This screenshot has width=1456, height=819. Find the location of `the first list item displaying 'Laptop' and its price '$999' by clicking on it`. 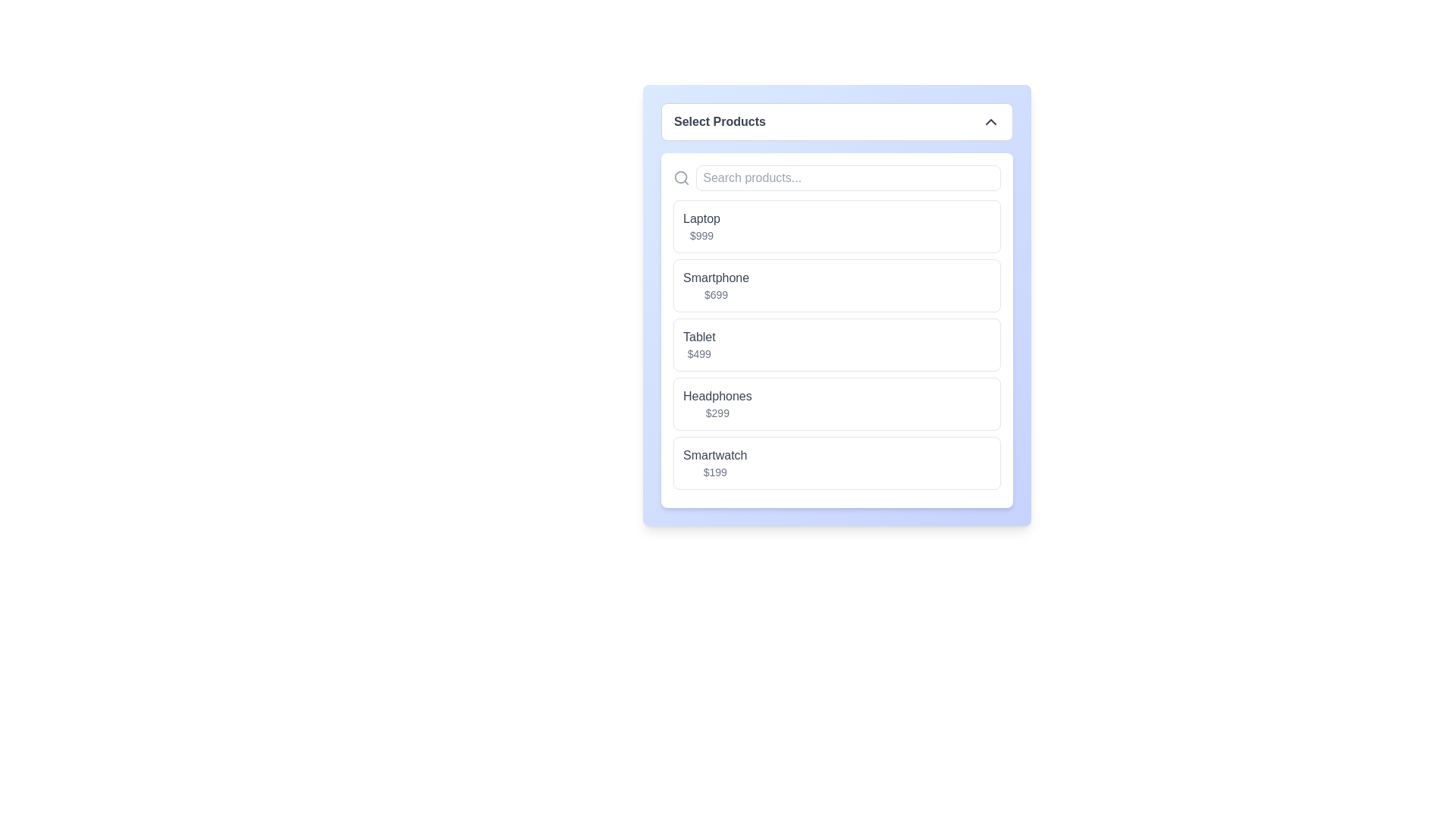

the first list item displaying 'Laptop' and its price '$999' by clicking on it is located at coordinates (701, 227).